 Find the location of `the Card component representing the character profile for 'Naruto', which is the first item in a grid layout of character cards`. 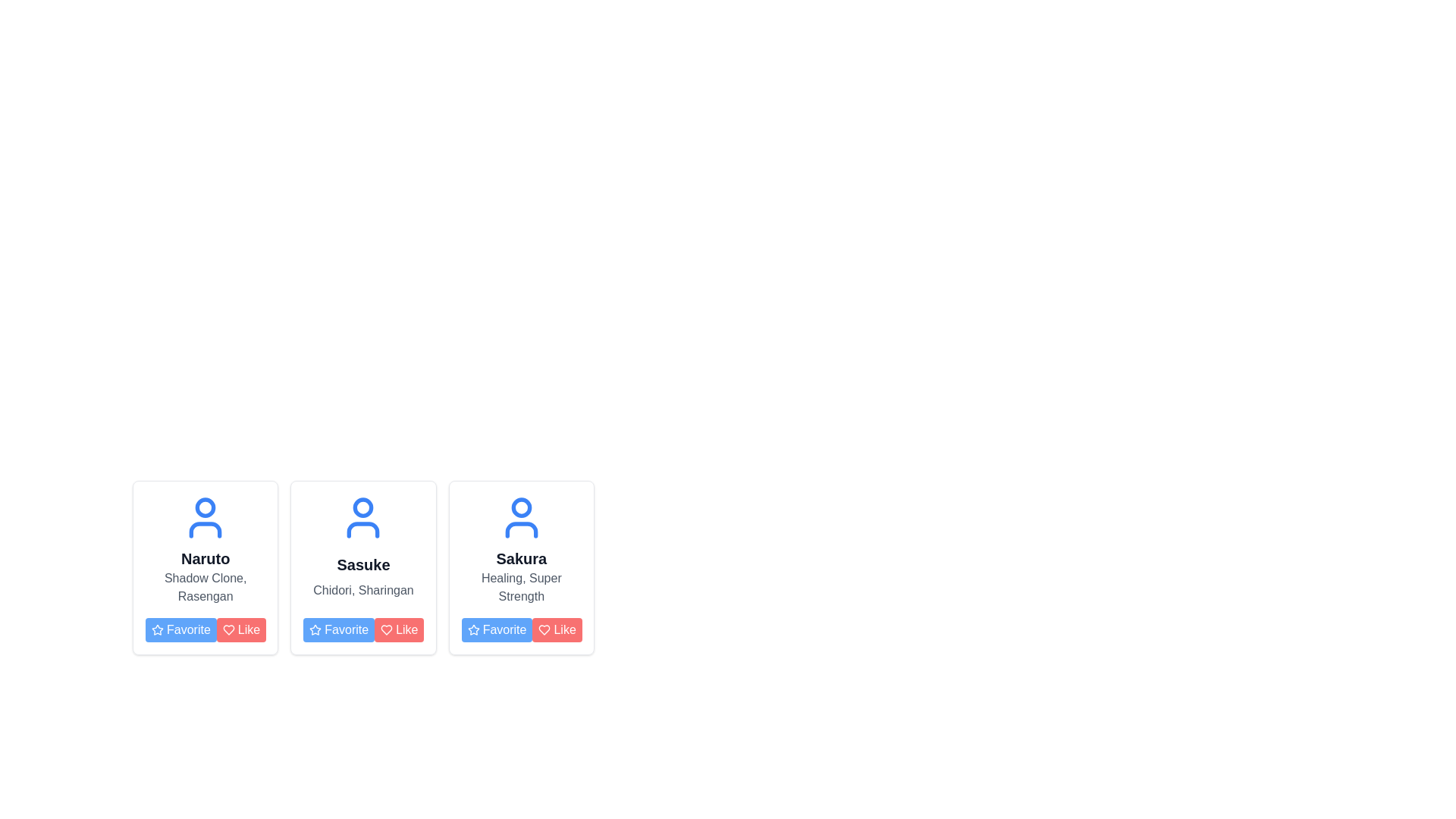

the Card component representing the character profile for 'Naruto', which is the first item in a grid layout of character cards is located at coordinates (205, 567).